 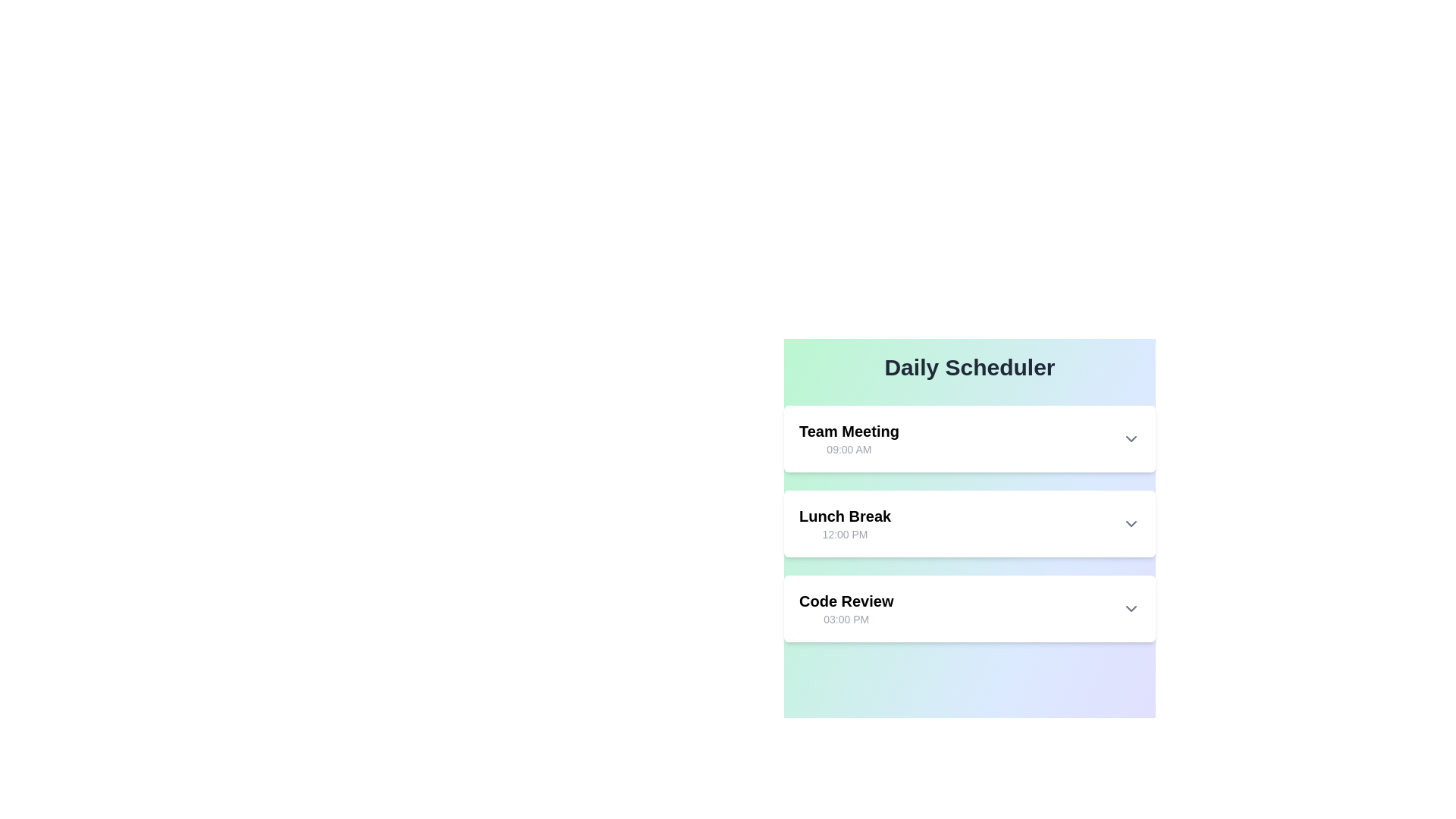 I want to click on the 'Lunch Break' list item, so click(x=968, y=522).